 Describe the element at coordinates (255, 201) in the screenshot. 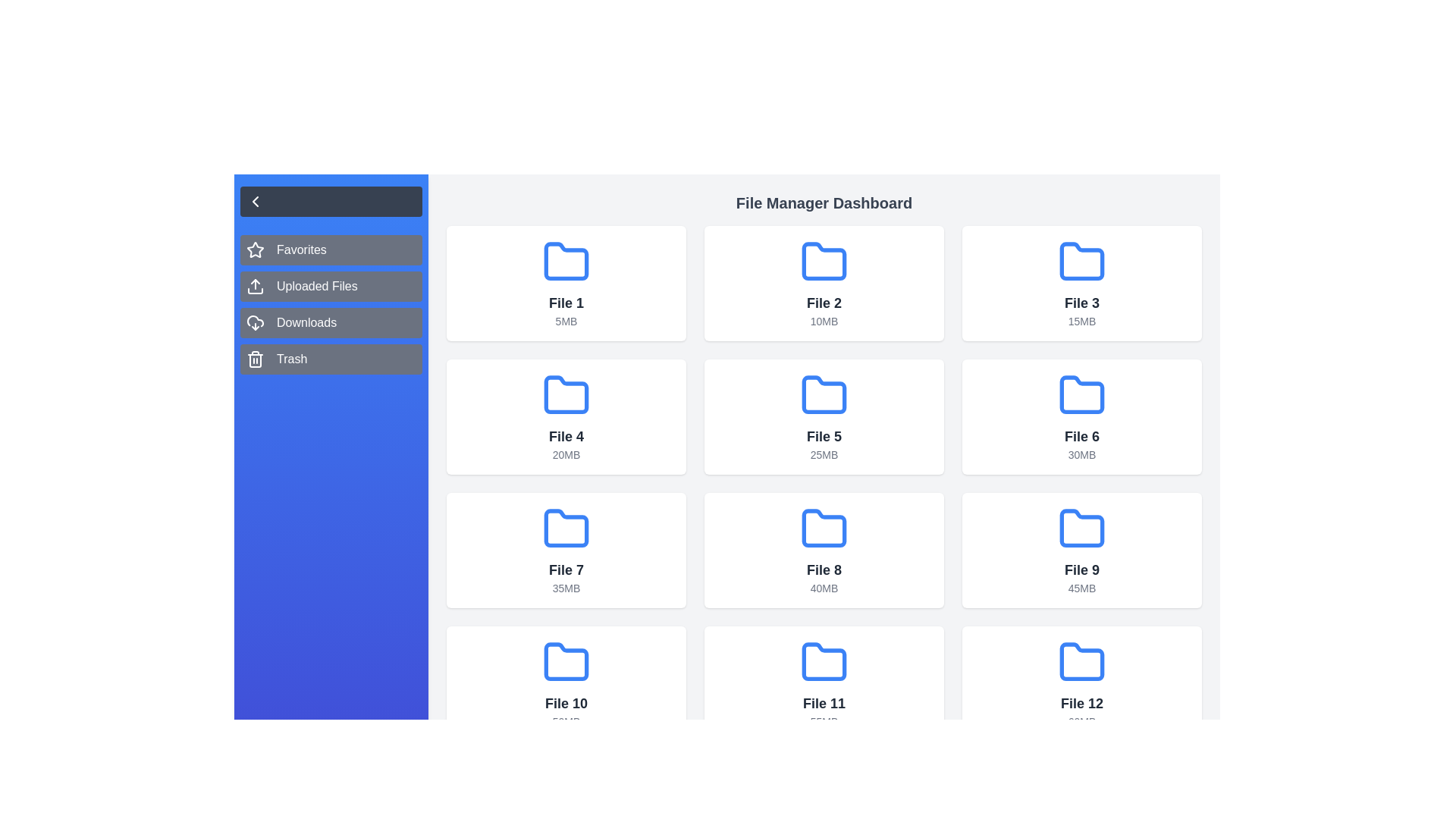

I see `the toggle button to change the sidebar drawer's state` at that location.